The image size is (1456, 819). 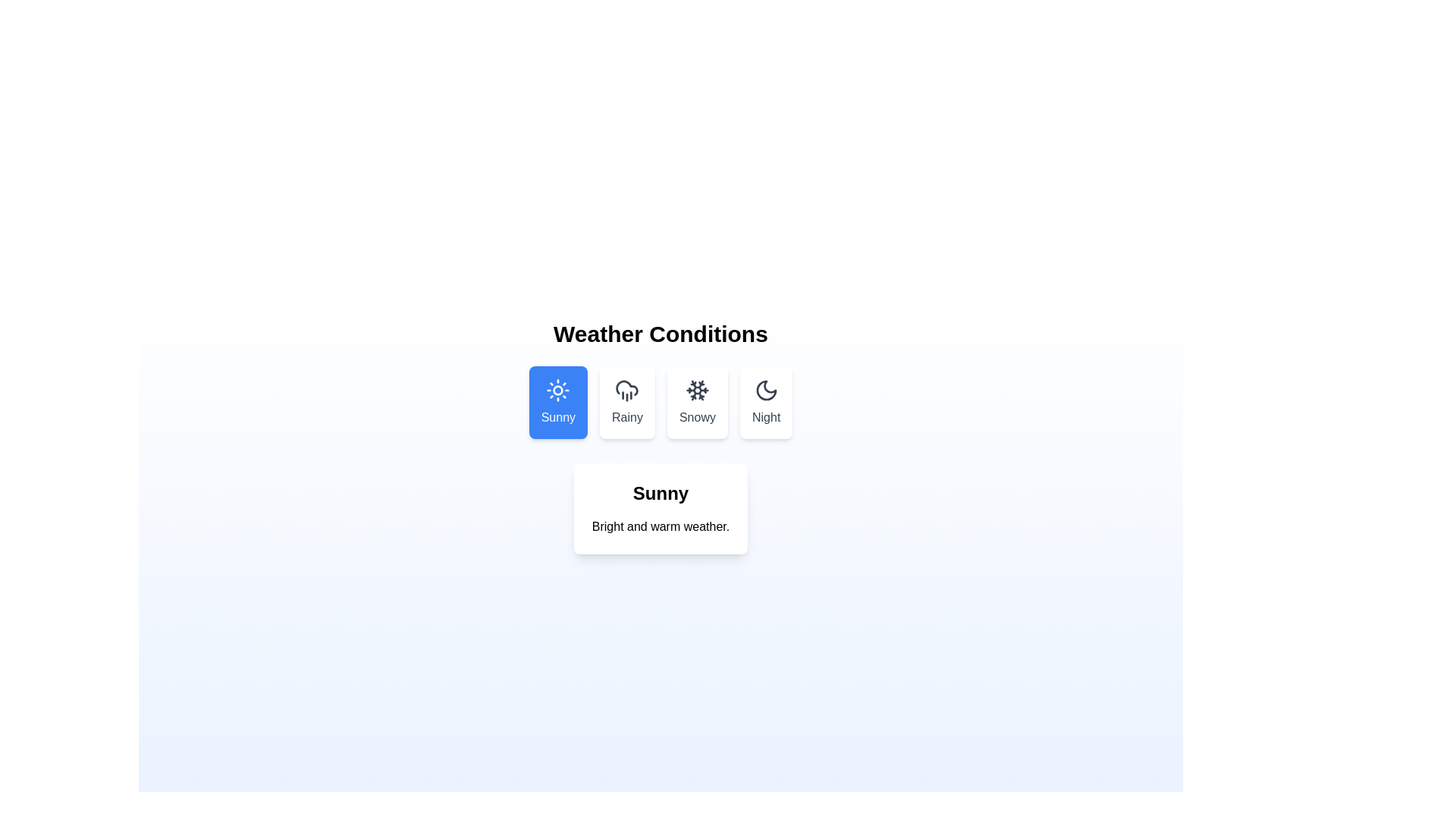 I want to click on the Night tab to view its weather condition, so click(x=766, y=402).